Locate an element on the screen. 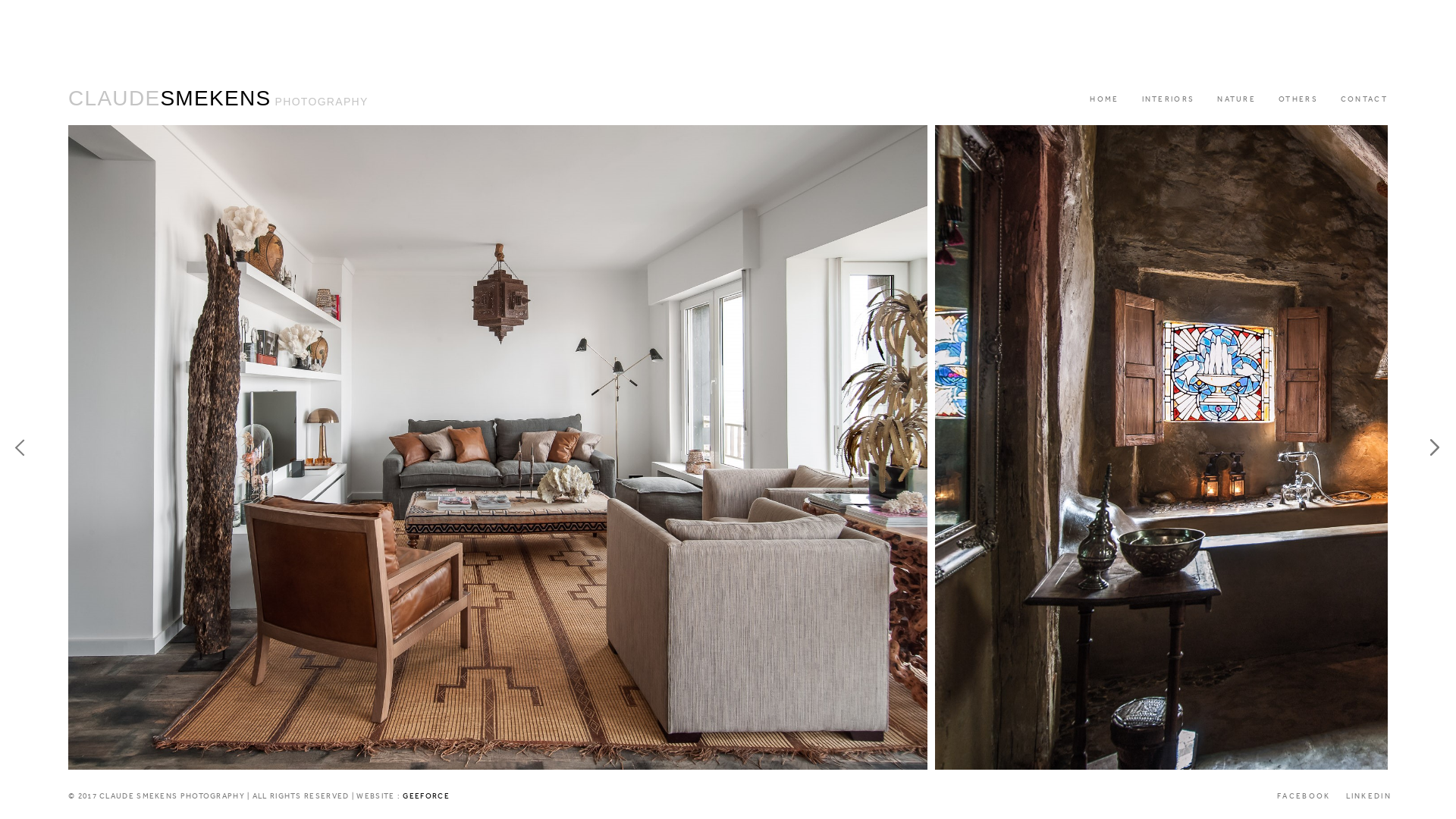 This screenshot has width=1456, height=819. 'OTHERS' is located at coordinates (1298, 99).